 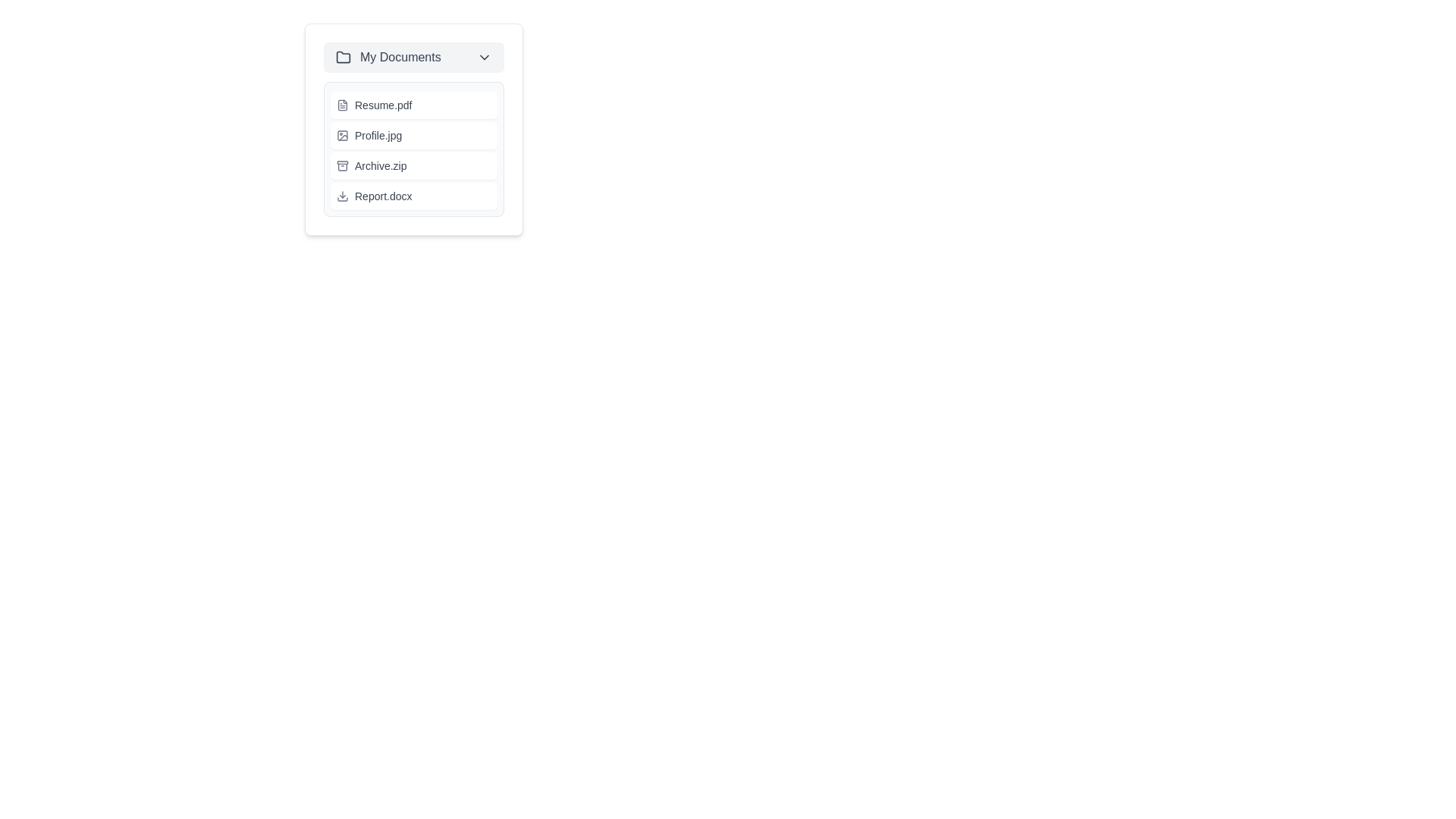 What do you see at coordinates (414, 57) in the screenshot?
I see `the dropdown toggle button labeled 'My Documents'` at bounding box center [414, 57].